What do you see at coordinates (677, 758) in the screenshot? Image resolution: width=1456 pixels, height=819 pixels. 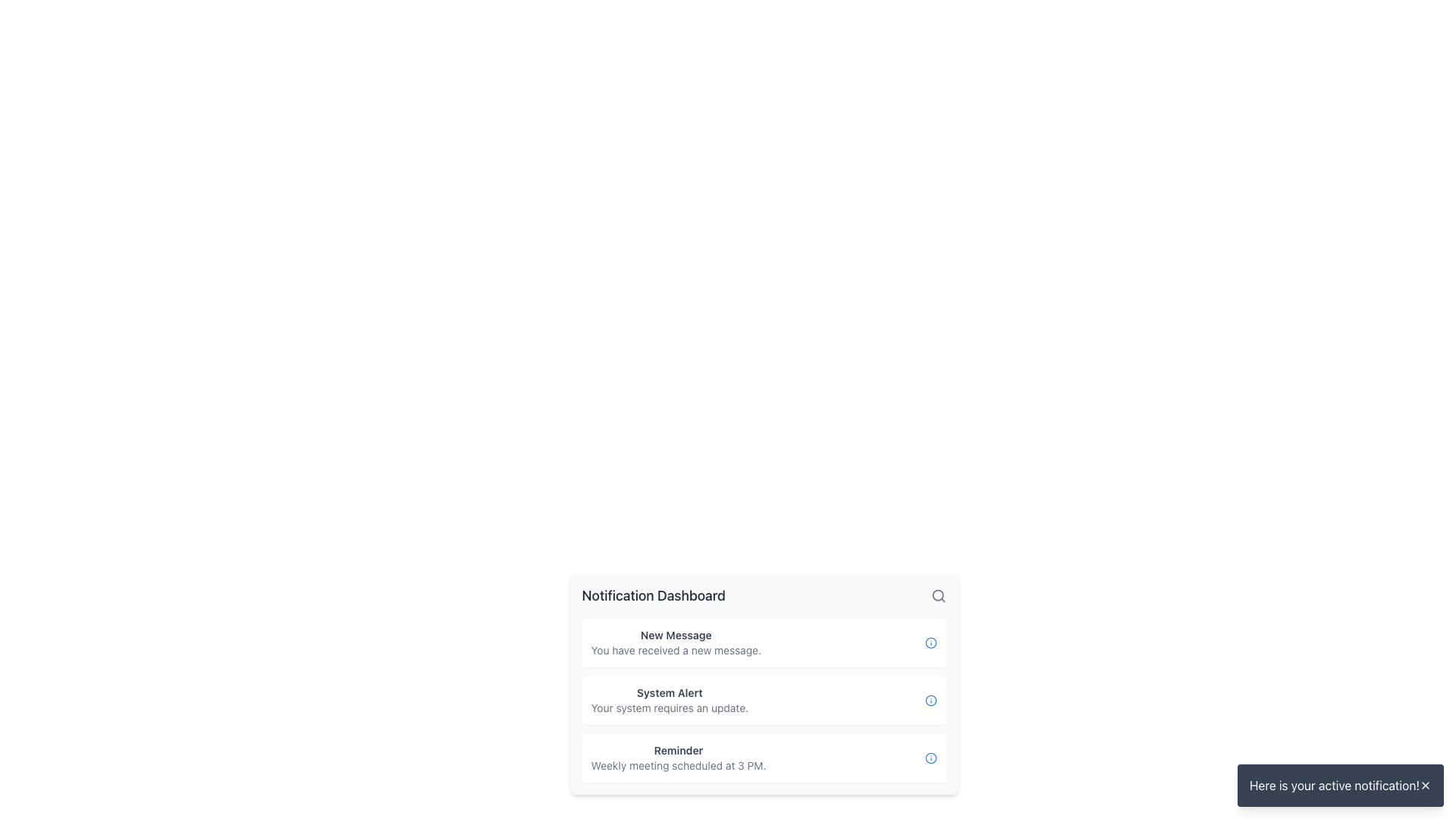 I see `text content of the notification titled 'Reminder' with the message 'Weekly meeting scheduled at 3 PM.' in the third card of the Notification Dashboard` at bounding box center [677, 758].